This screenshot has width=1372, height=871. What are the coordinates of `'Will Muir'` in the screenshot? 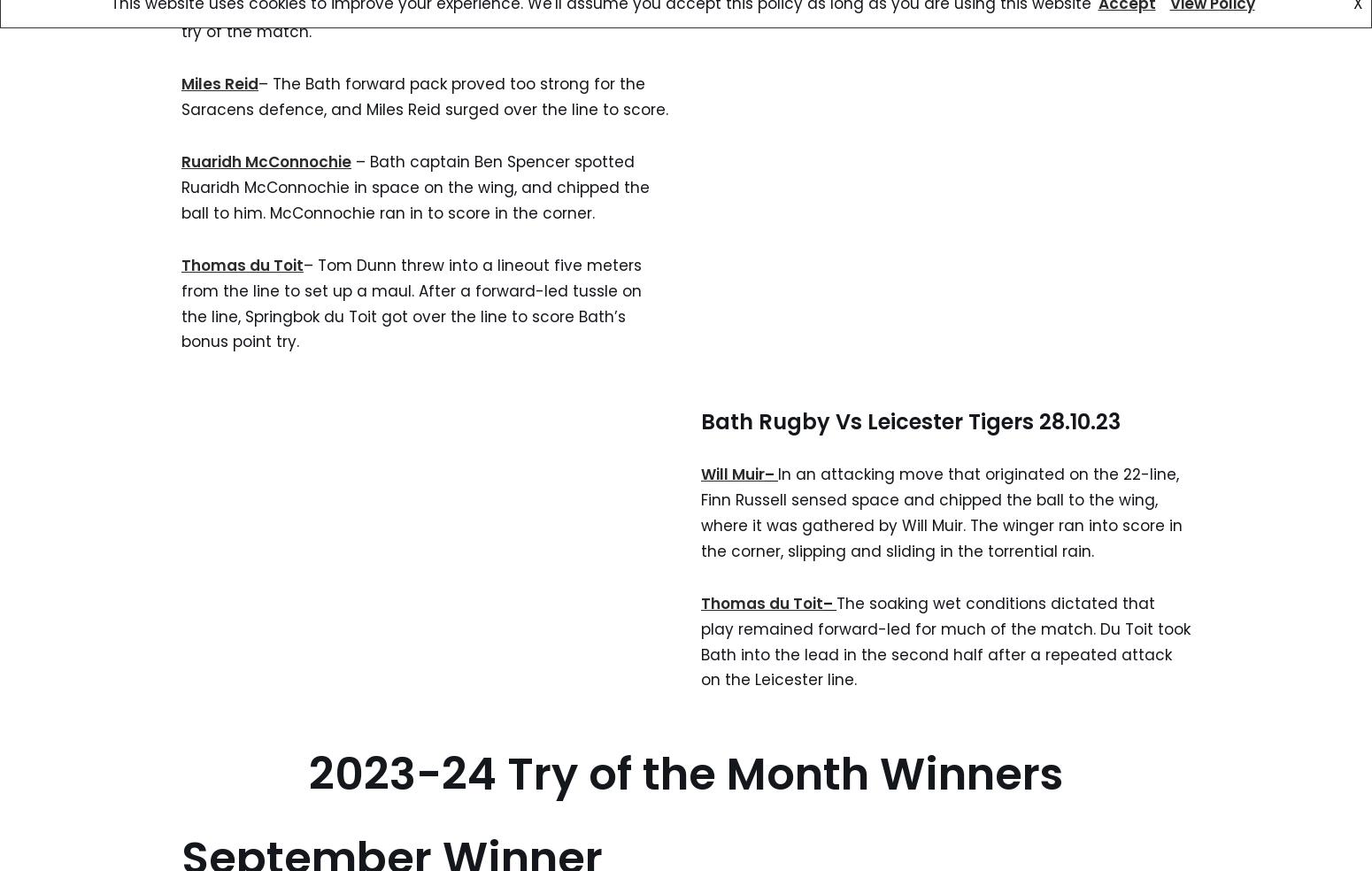 It's located at (732, 473).